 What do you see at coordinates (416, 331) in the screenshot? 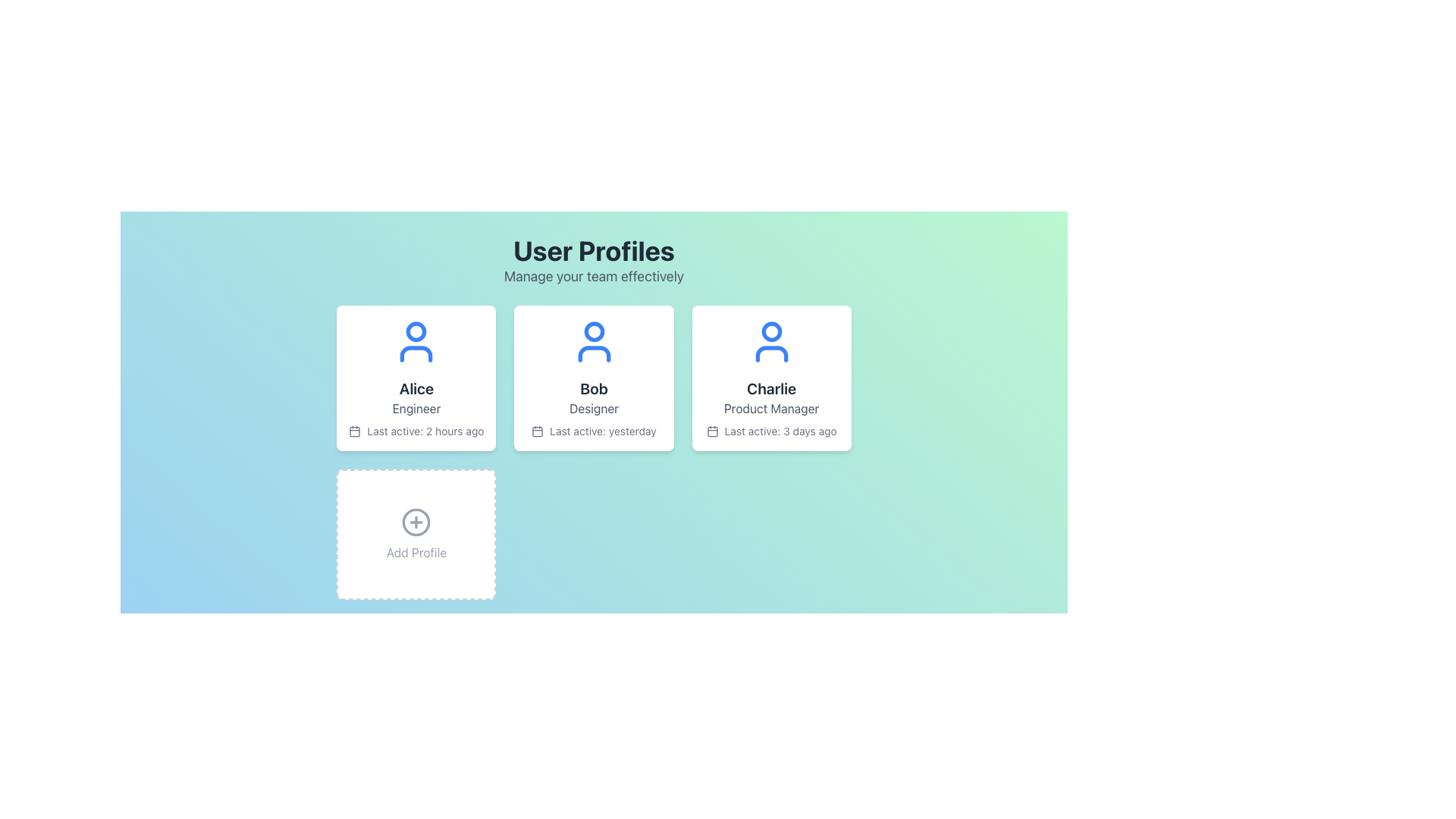
I see `the small circular shape representing the head of the user figure icon for Alice in the user profile grid` at bounding box center [416, 331].